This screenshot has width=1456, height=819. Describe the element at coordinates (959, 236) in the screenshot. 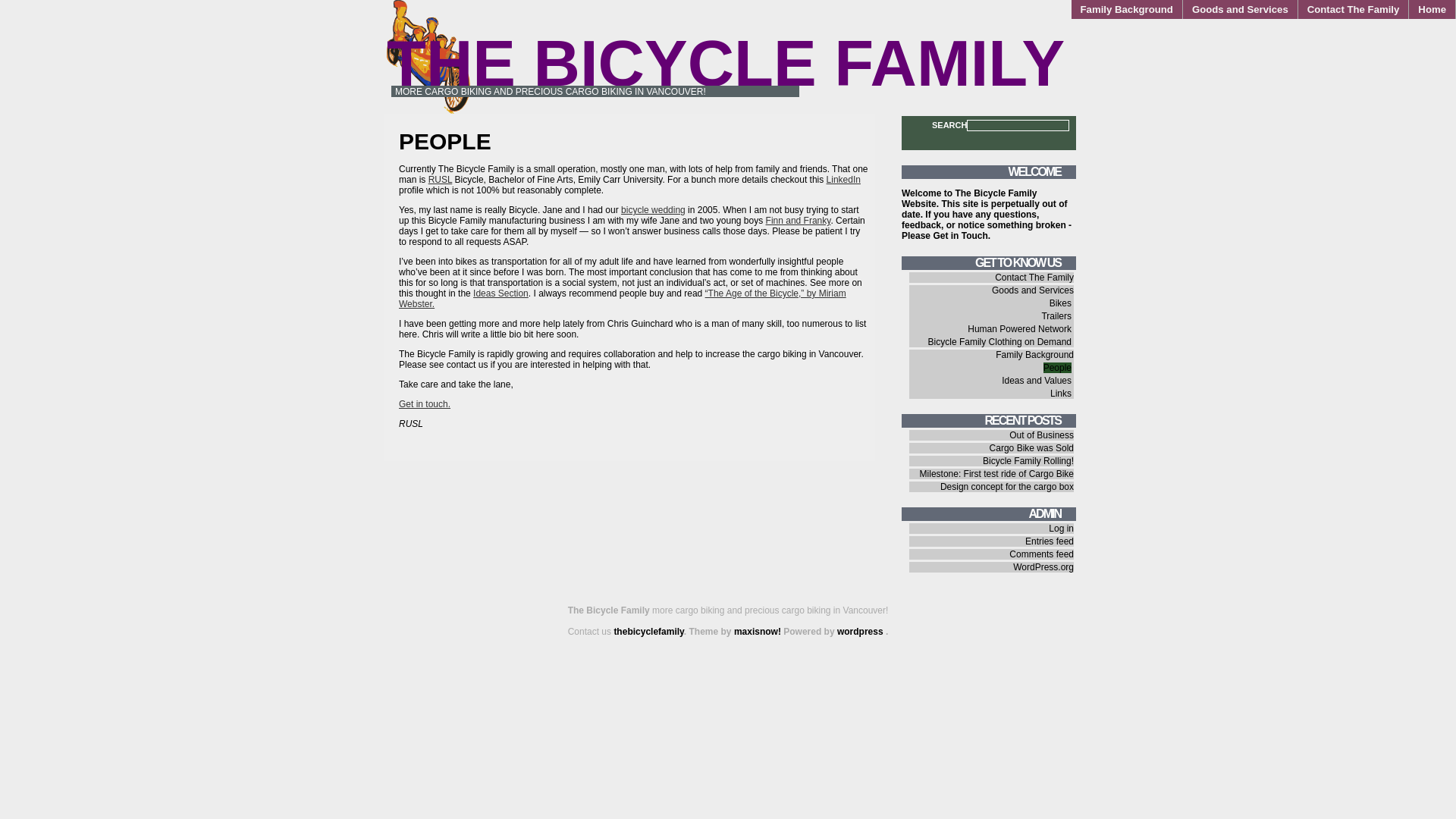

I see `'Get in Touch'` at that location.